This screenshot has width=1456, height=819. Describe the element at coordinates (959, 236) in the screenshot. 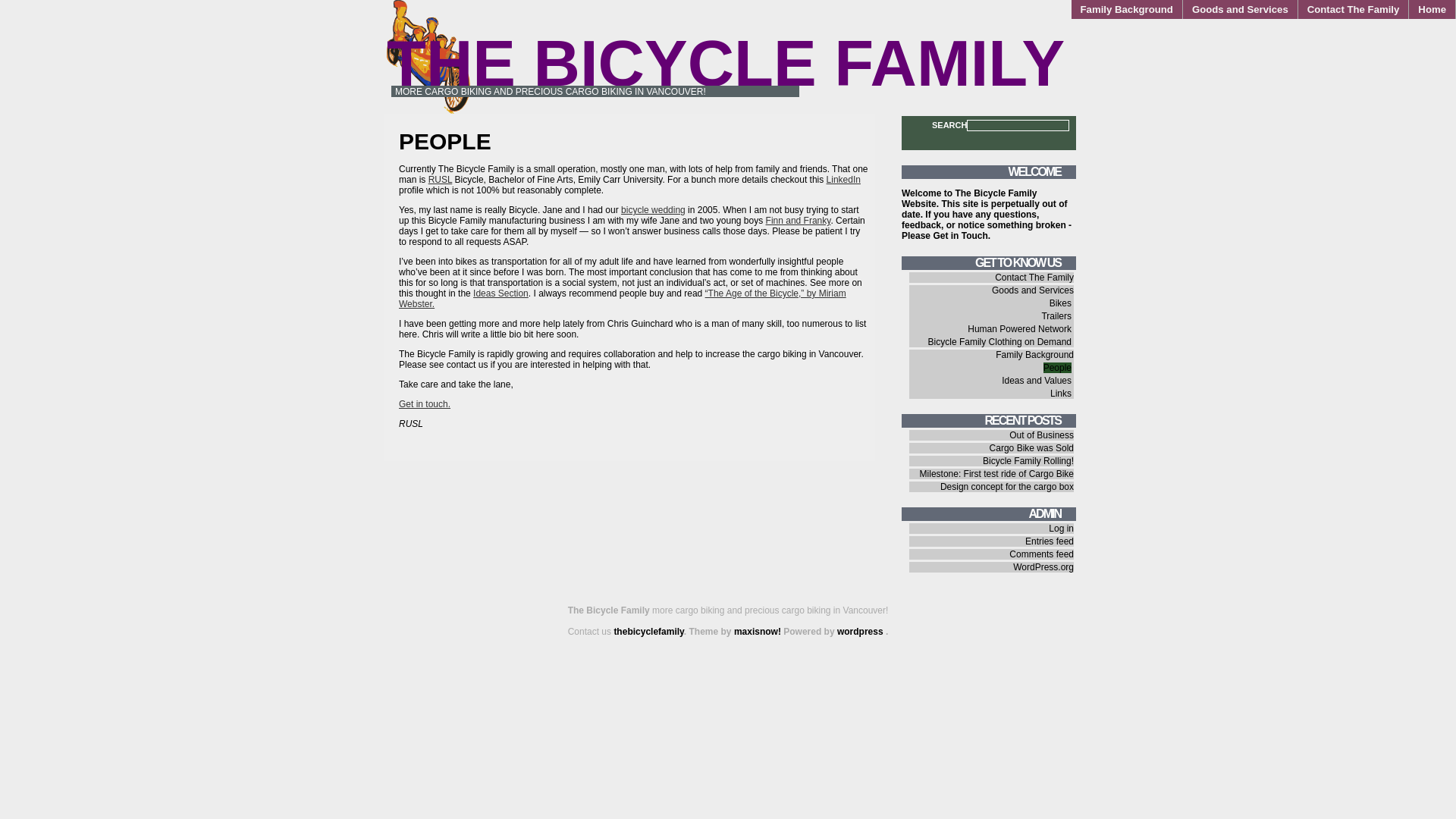

I see `'Get in Touch'` at that location.